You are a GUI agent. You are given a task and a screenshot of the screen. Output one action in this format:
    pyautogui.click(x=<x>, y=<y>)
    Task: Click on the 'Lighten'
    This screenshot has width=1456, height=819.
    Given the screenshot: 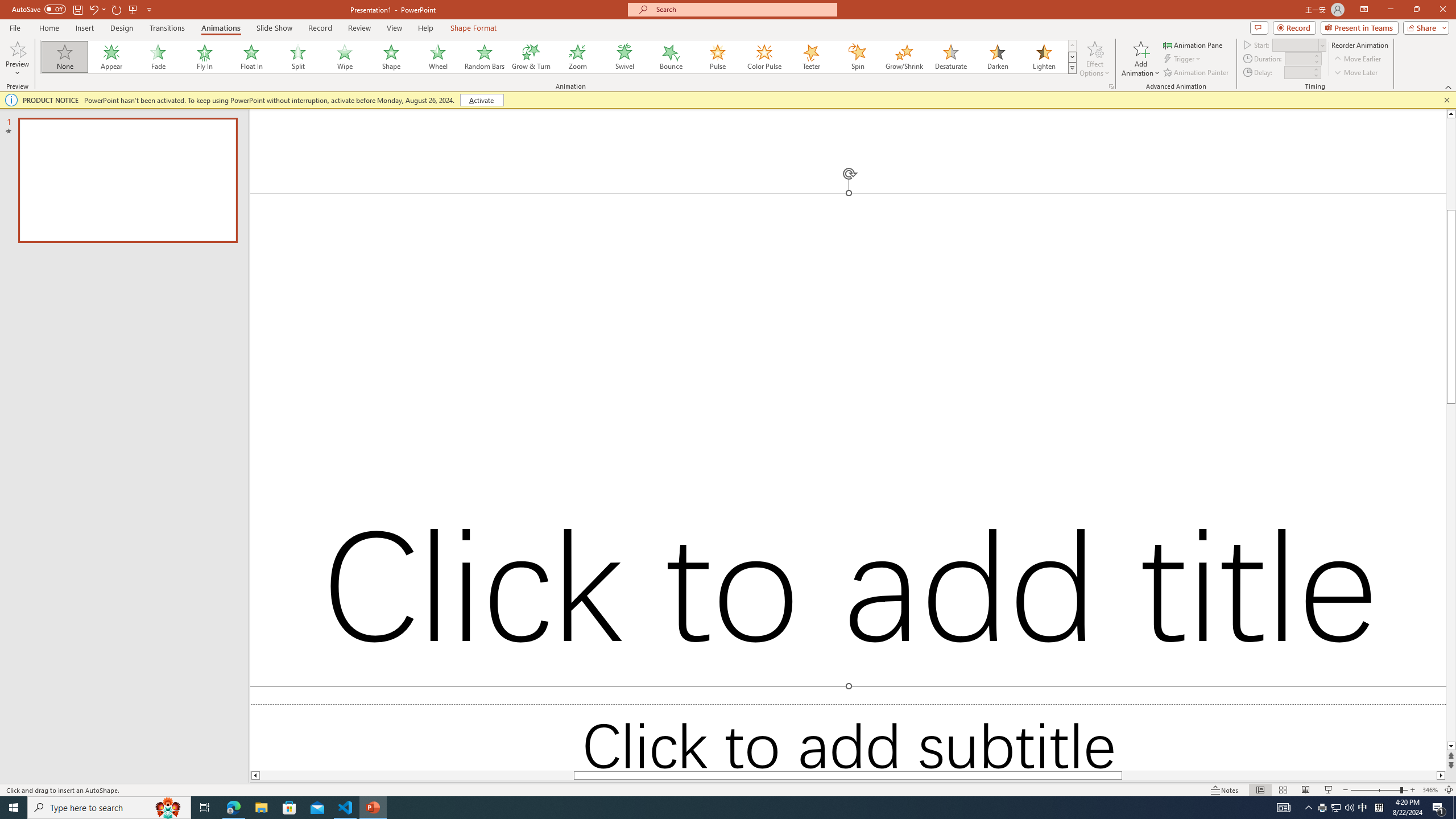 What is the action you would take?
    pyautogui.click(x=1043, y=56)
    